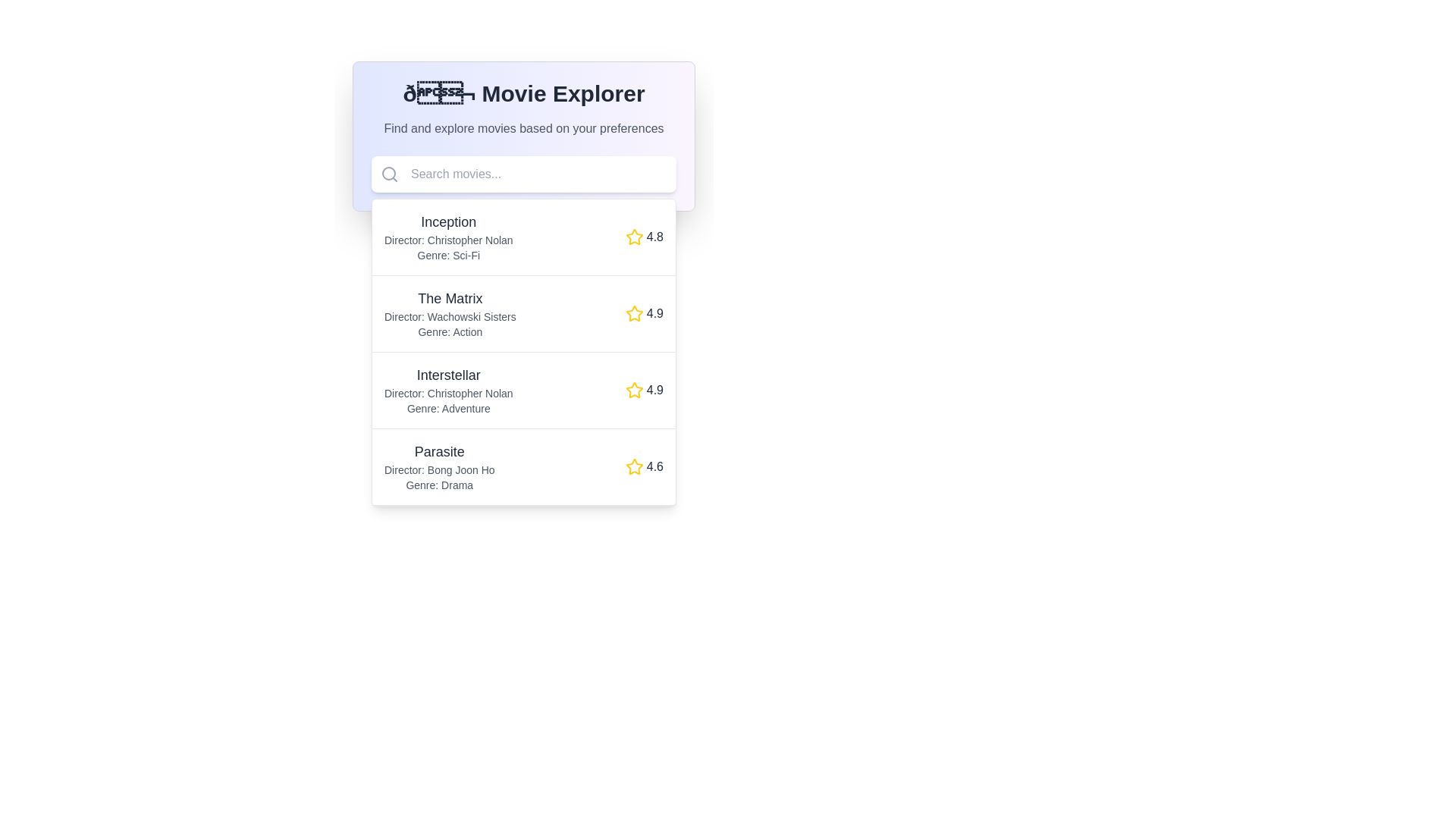  I want to click on the star icon representing a rating of '4.6' located in the fourth row of the list for reference, so click(634, 466).